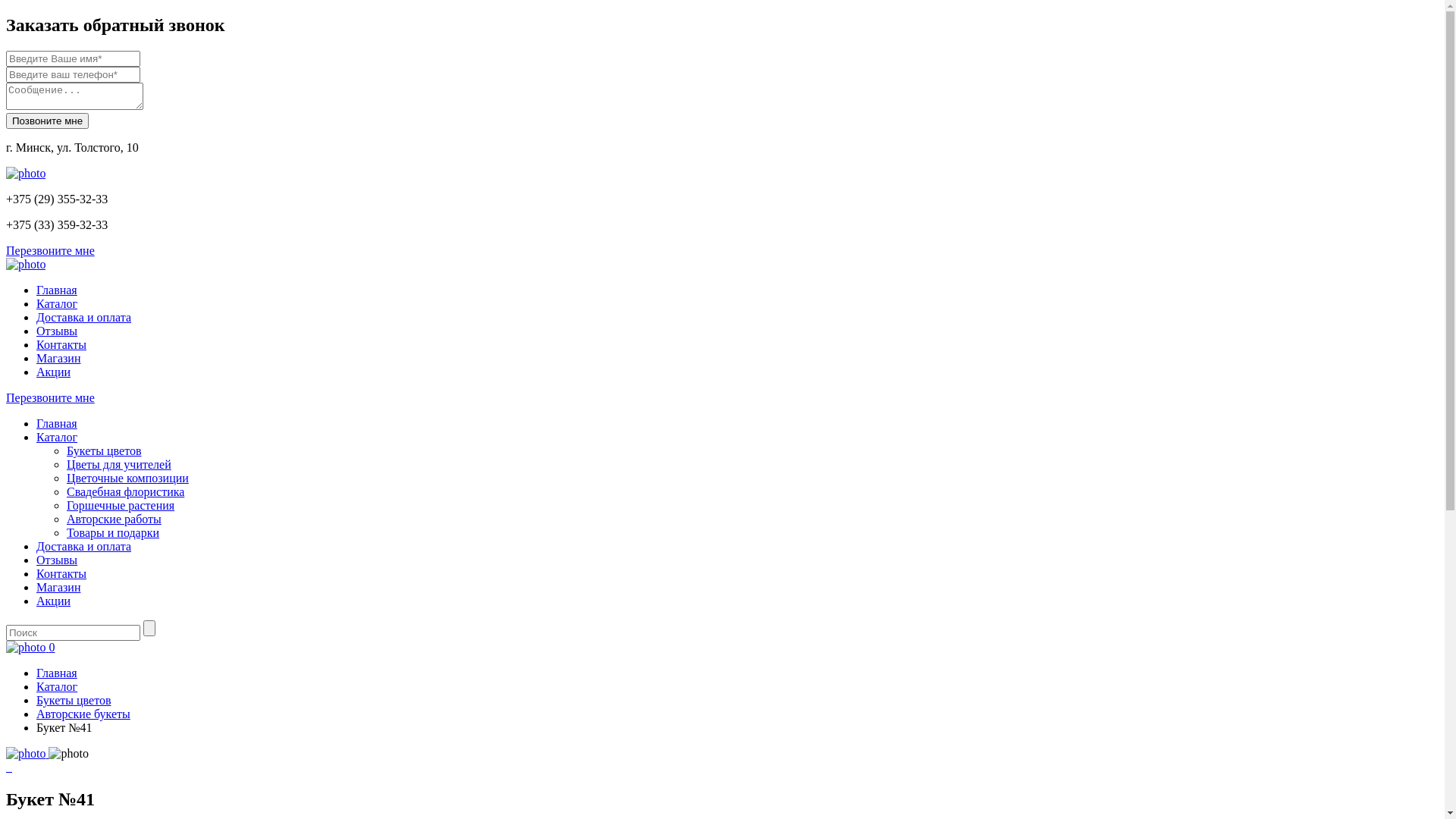  Describe the element at coordinates (30, 647) in the screenshot. I see `'0'` at that location.